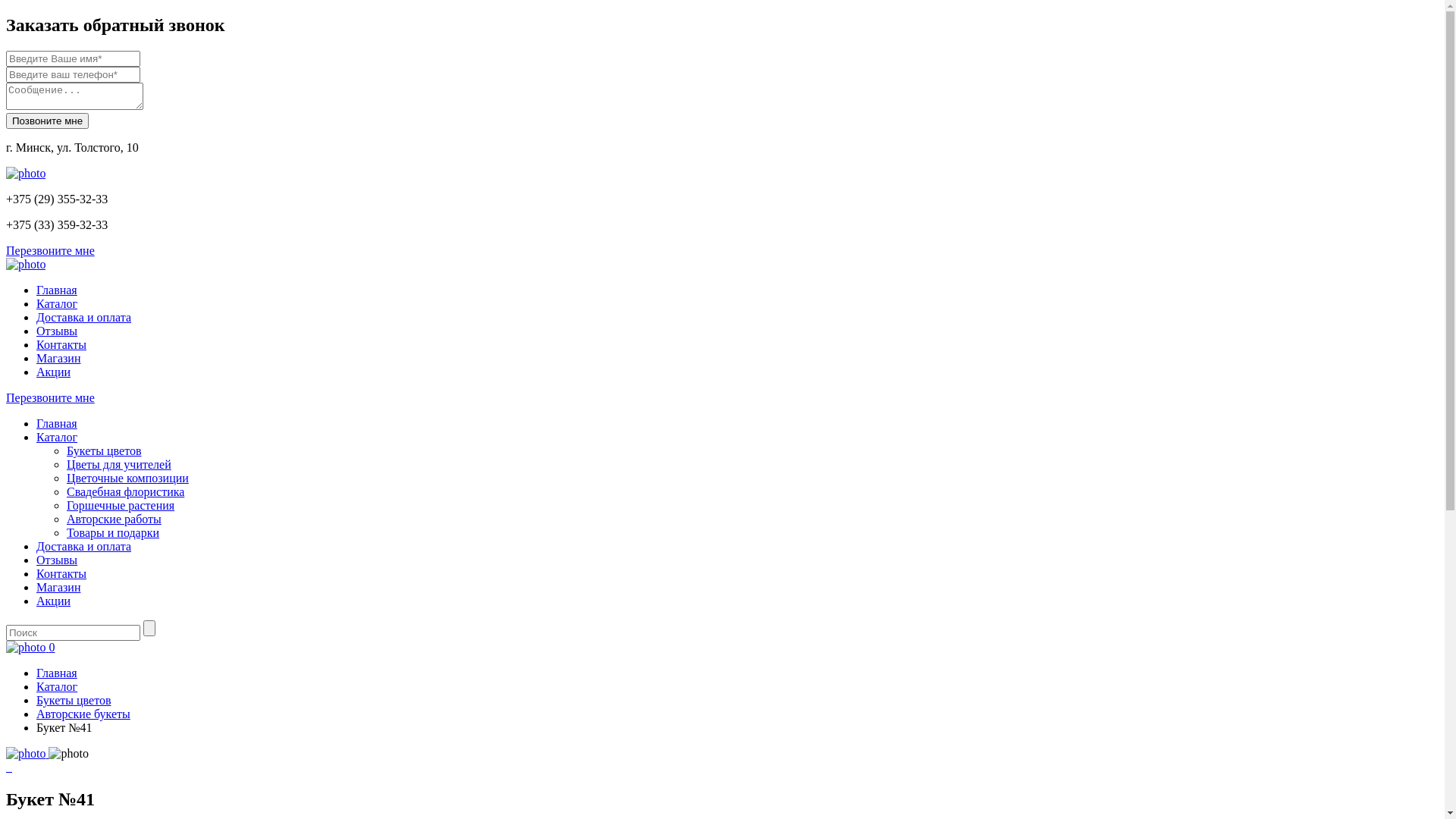  Describe the element at coordinates (30, 647) in the screenshot. I see `'0'` at that location.